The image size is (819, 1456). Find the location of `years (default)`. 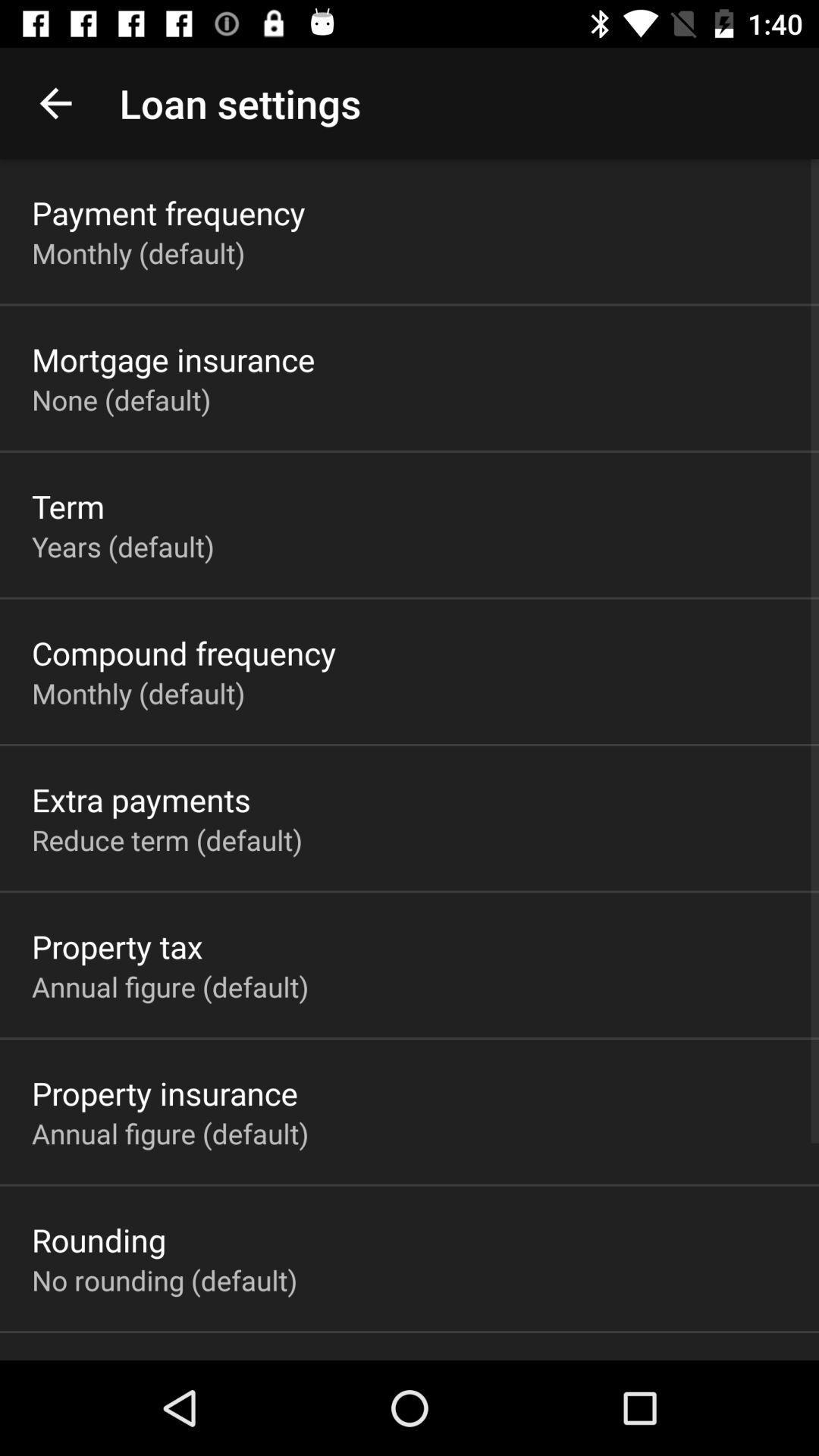

years (default) is located at coordinates (122, 546).